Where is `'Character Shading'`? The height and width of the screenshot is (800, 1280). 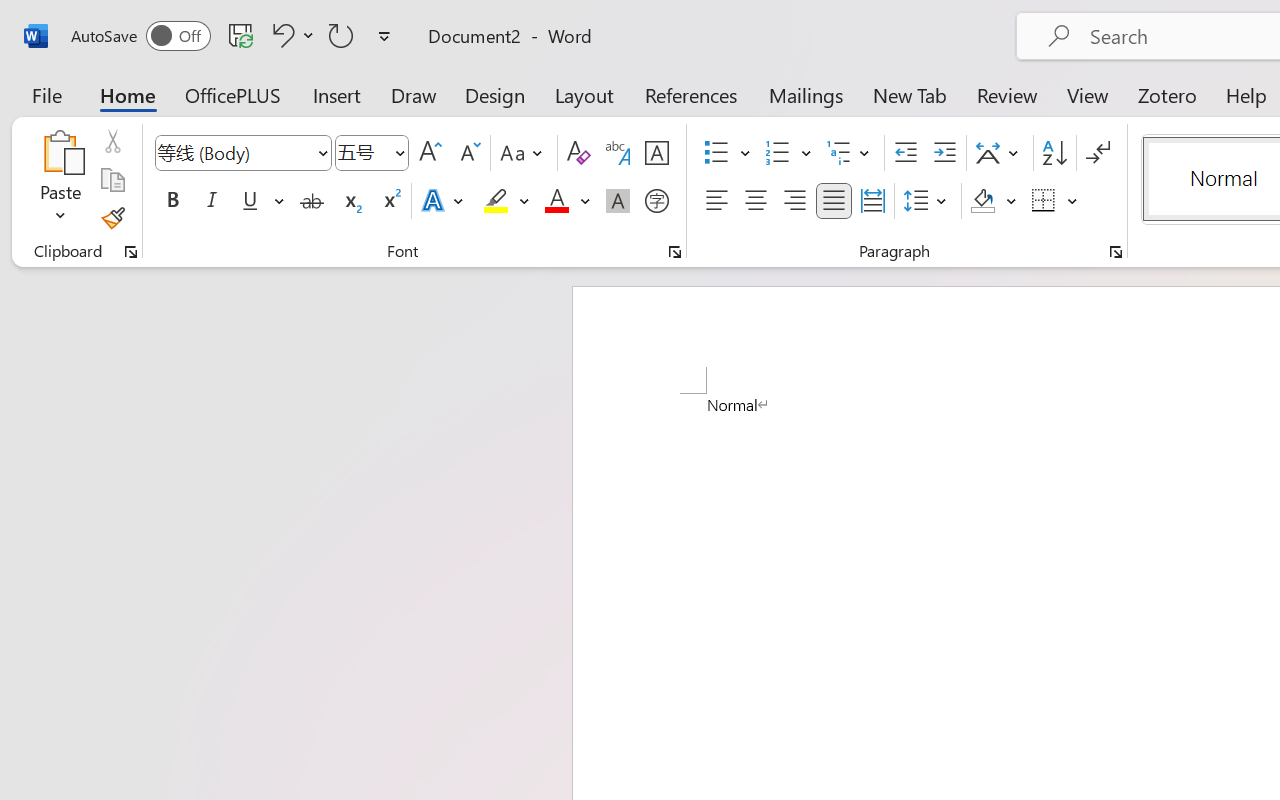
'Character Shading' is located at coordinates (617, 201).